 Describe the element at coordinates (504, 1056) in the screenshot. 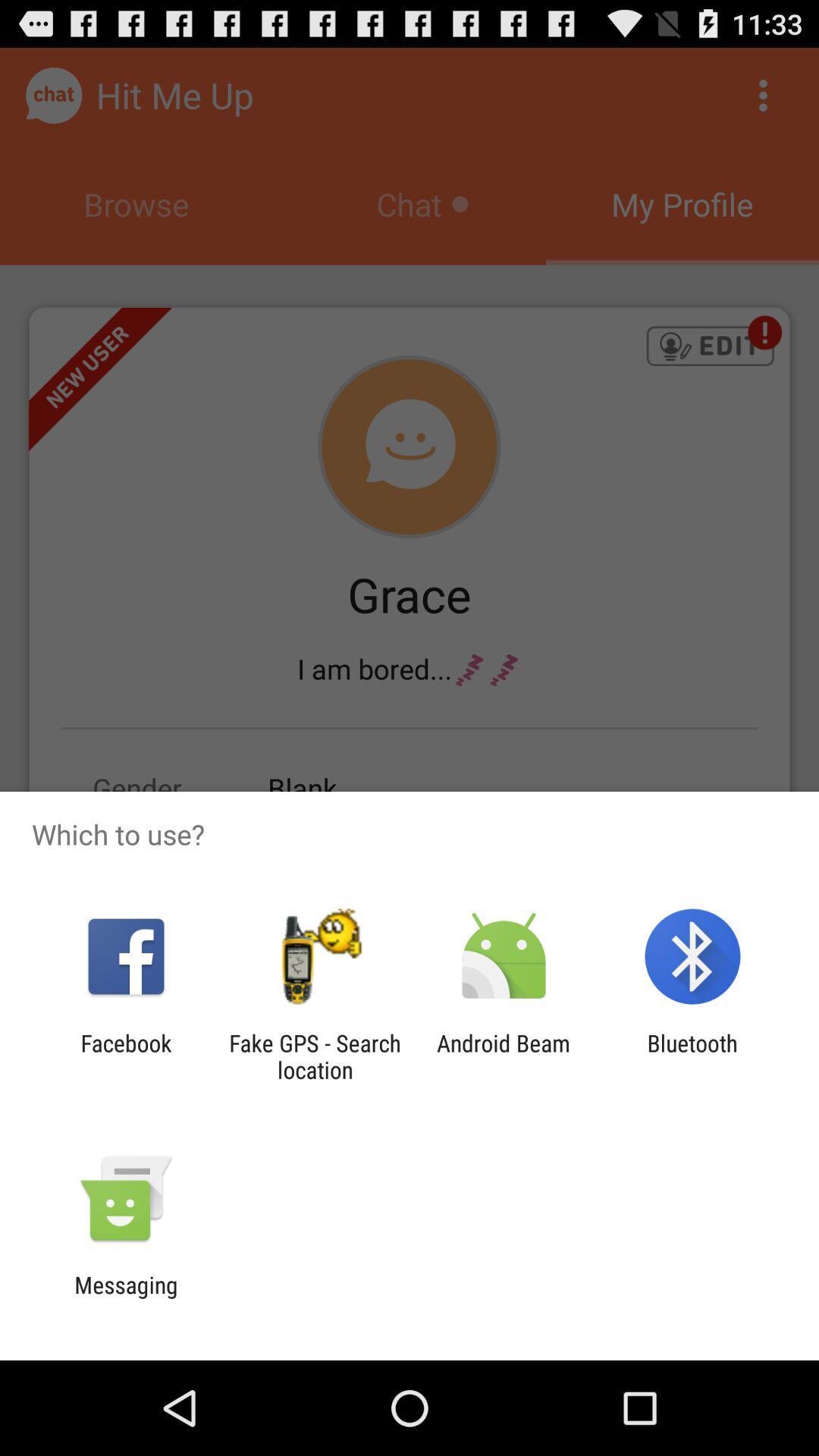

I see `android beam icon` at that location.